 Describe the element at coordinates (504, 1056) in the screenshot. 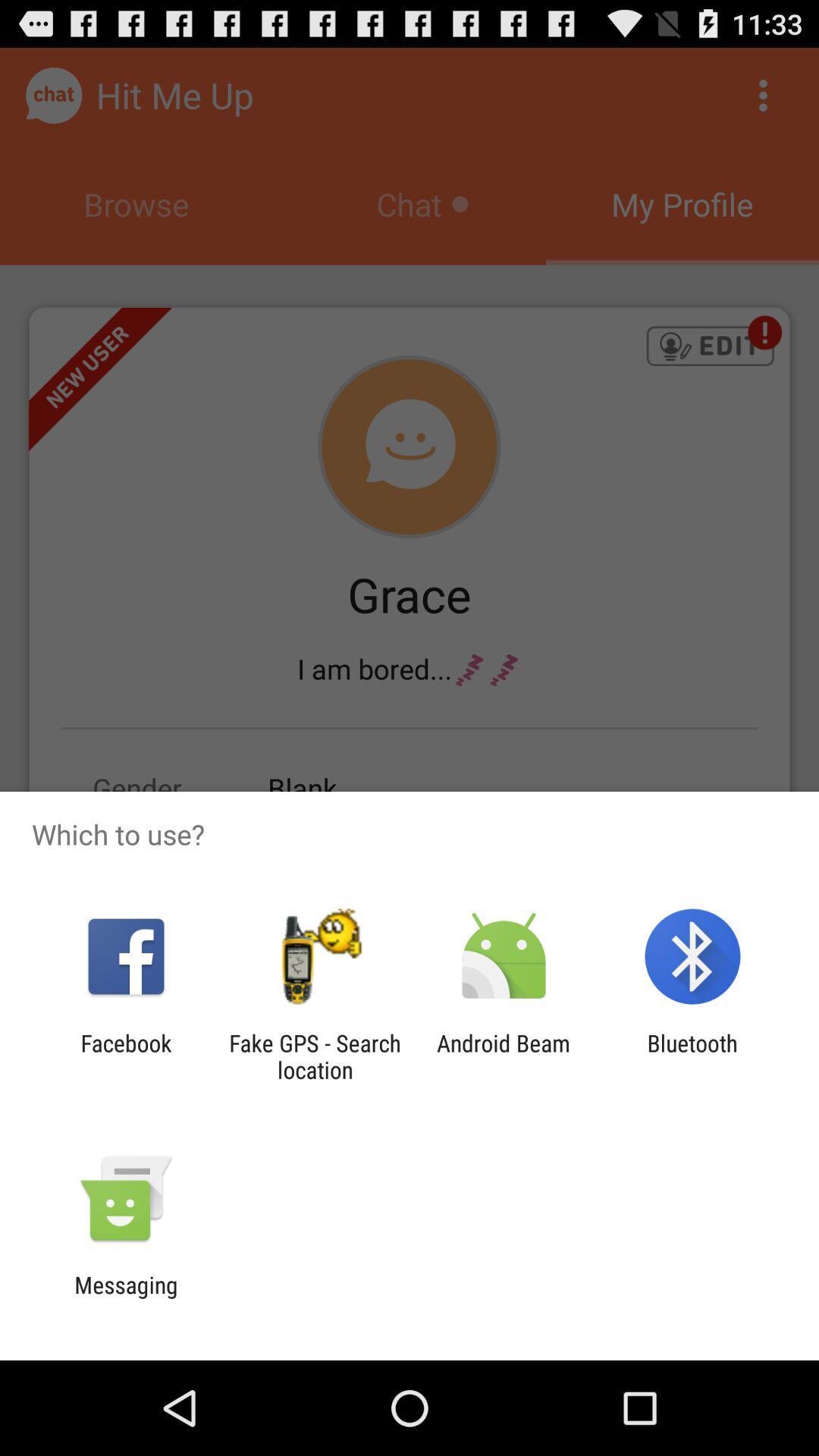

I see `android beam icon` at that location.